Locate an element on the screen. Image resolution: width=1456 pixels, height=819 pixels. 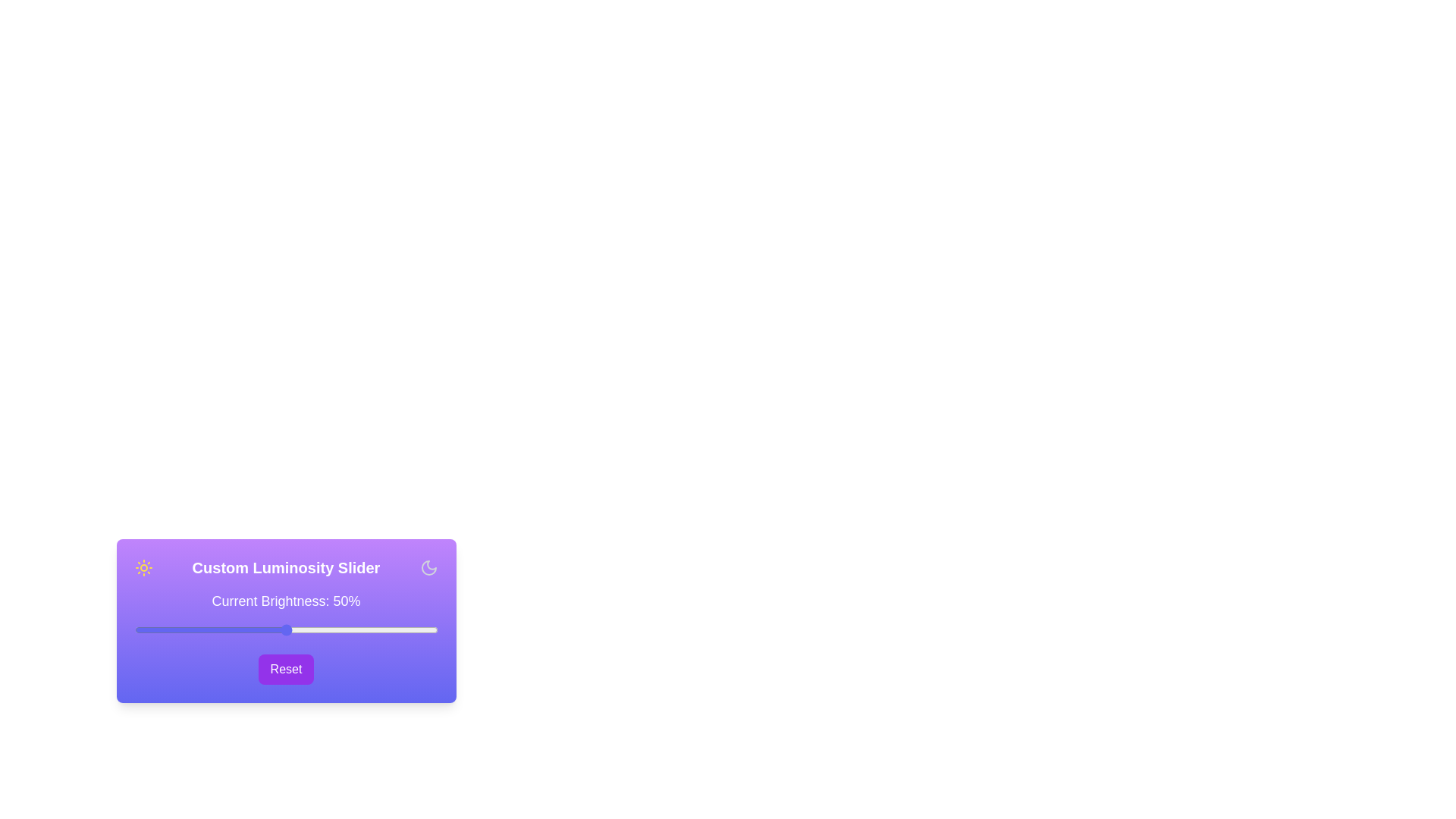
brightness is located at coordinates (212, 629).